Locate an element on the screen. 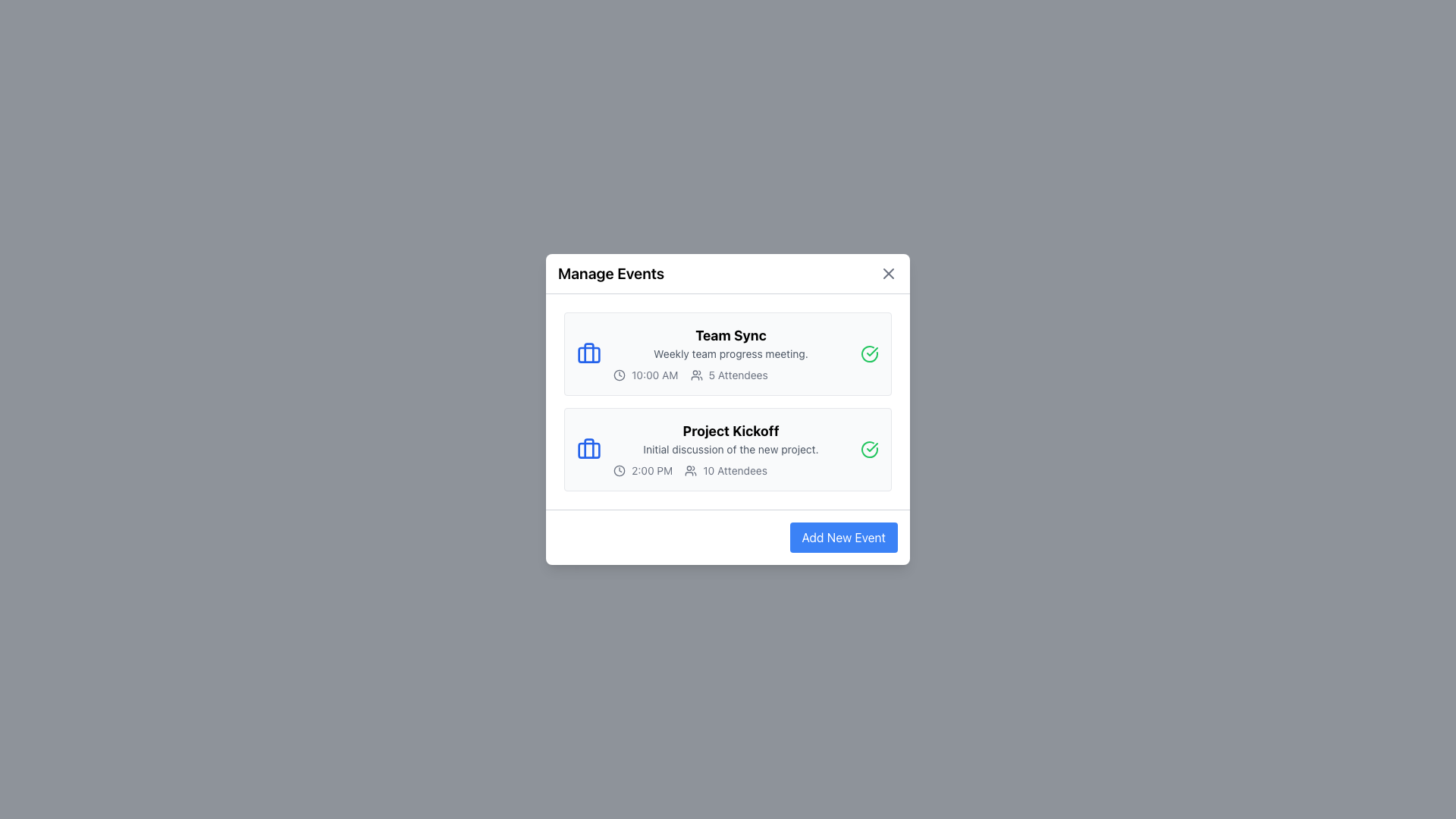 Image resolution: width=1456 pixels, height=819 pixels. the second item in the 'Manage Events' popup list, which contains detailed information about a scheduled event, located between 'Team Sync' and 'Add New Event' is located at coordinates (731, 449).